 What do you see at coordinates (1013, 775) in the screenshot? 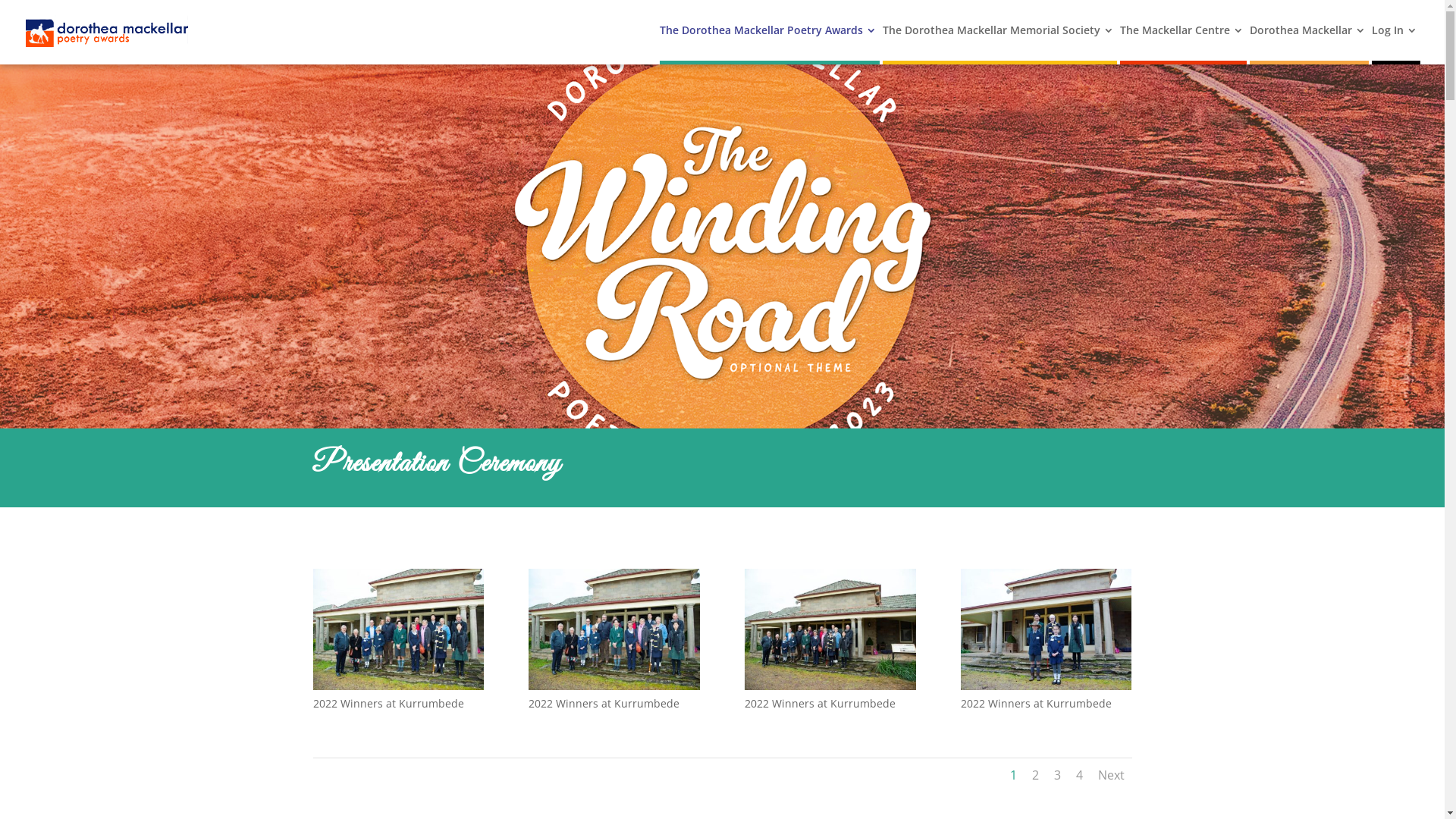
I see `'1'` at bounding box center [1013, 775].